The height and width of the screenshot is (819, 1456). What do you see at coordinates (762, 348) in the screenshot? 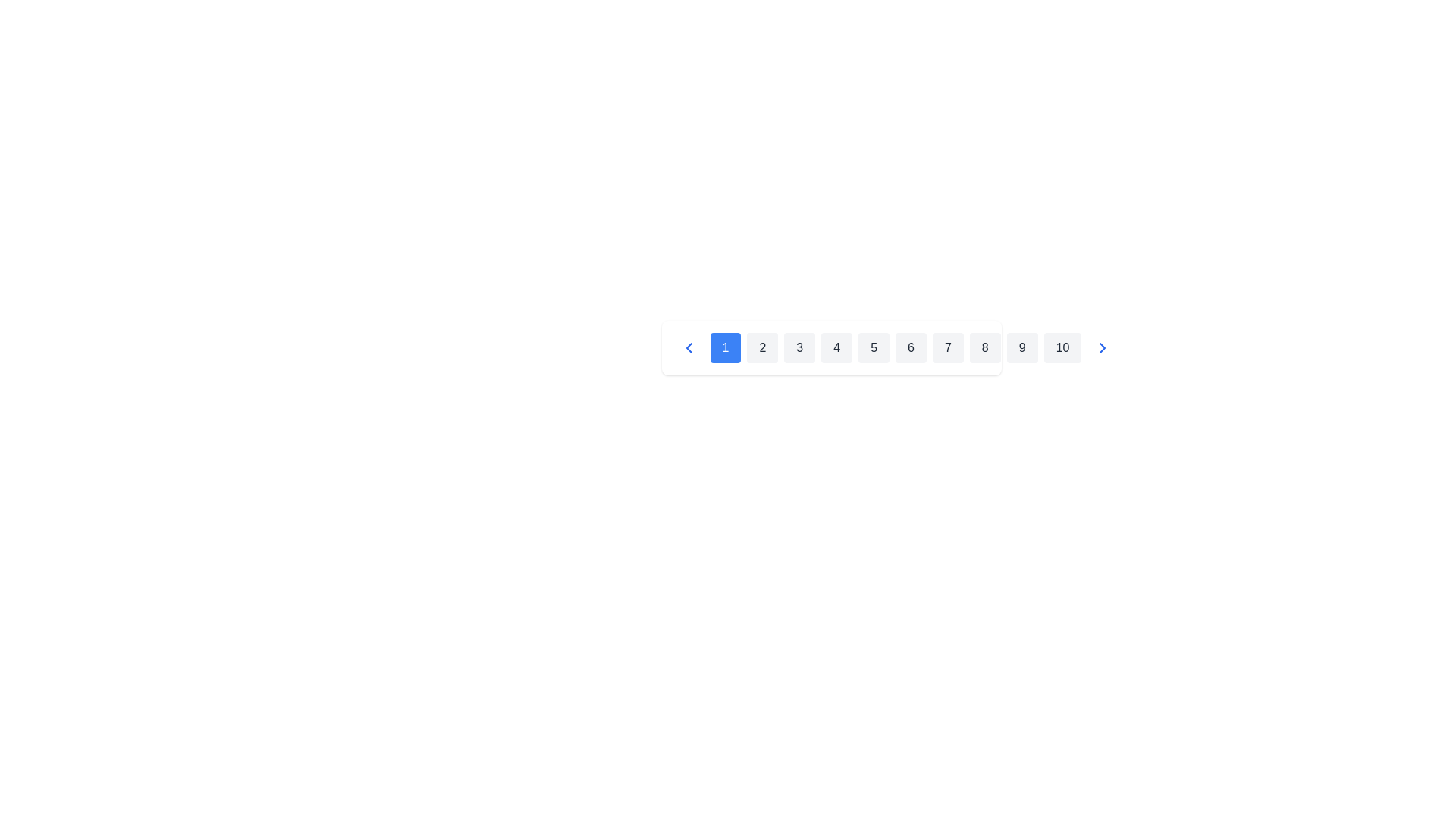
I see `the second button in the pagination system` at bounding box center [762, 348].